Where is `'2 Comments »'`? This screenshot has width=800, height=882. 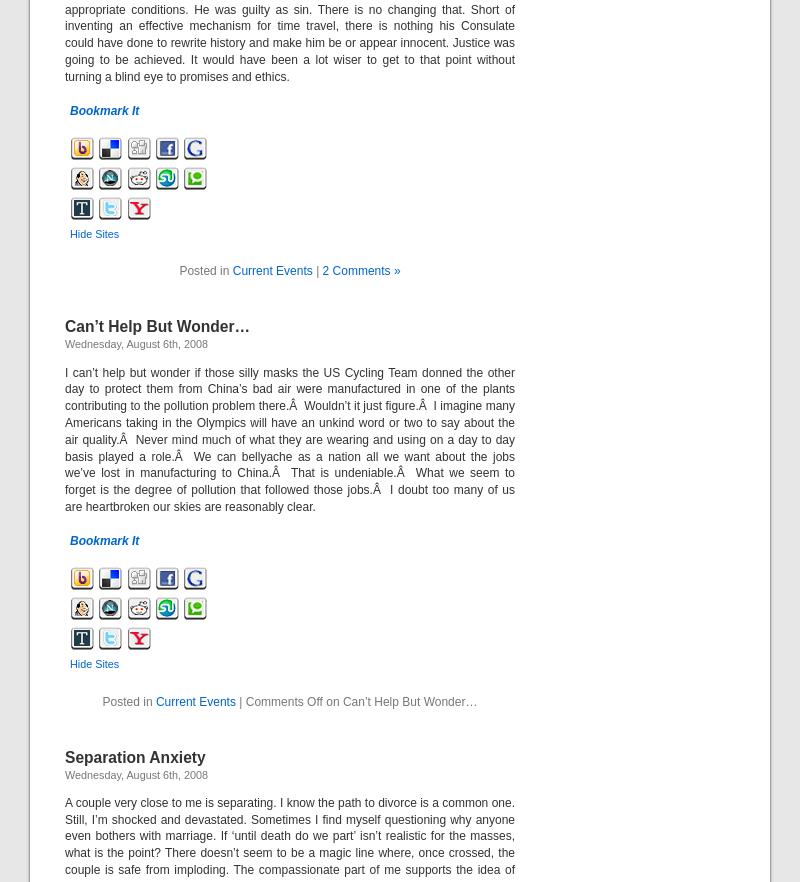 '2 Comments »' is located at coordinates (321, 271).